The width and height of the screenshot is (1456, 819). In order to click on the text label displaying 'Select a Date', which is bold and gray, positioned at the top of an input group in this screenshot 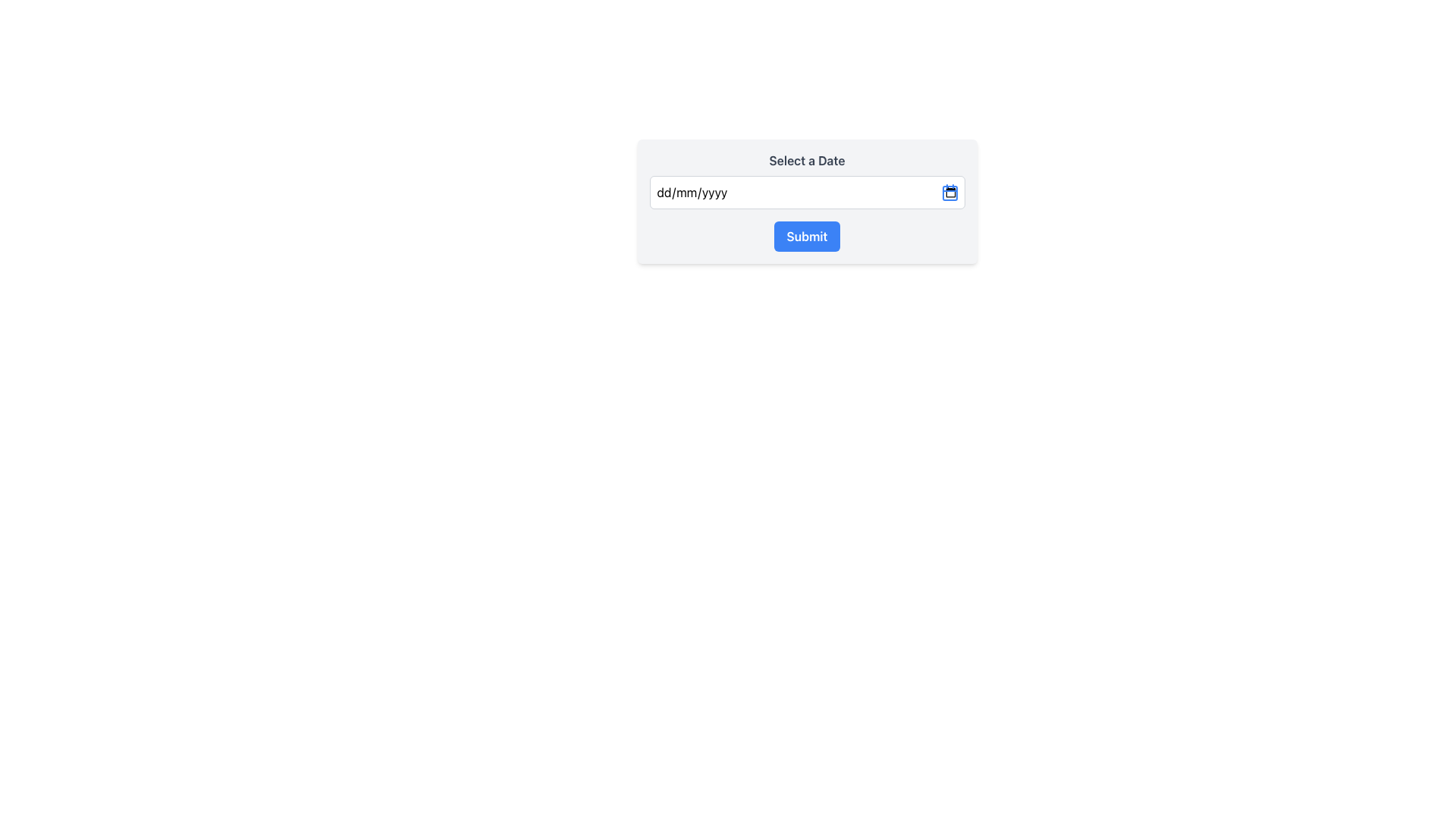, I will do `click(806, 161)`.